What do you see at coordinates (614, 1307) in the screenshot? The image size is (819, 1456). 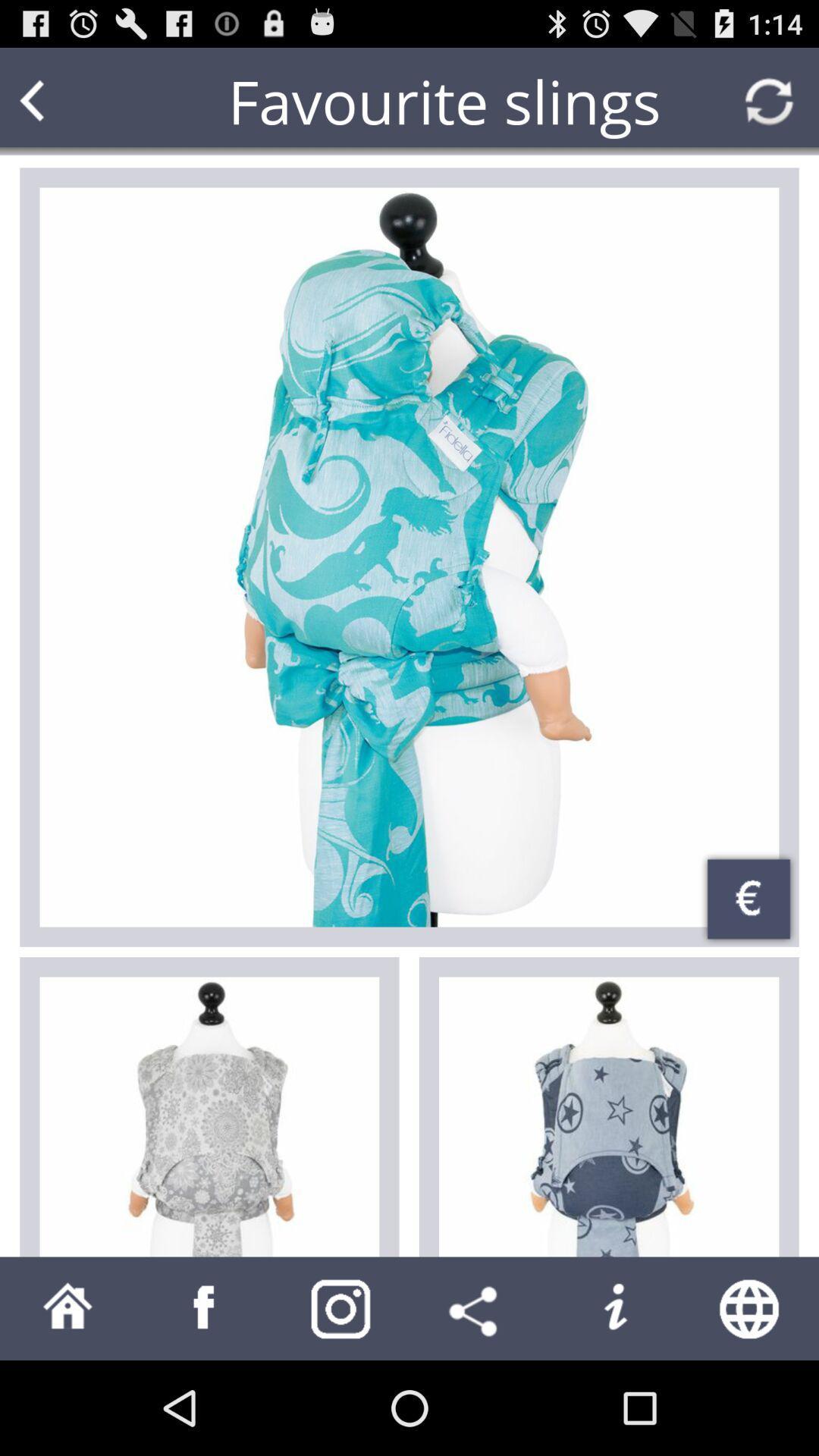 I see `shows information` at bounding box center [614, 1307].